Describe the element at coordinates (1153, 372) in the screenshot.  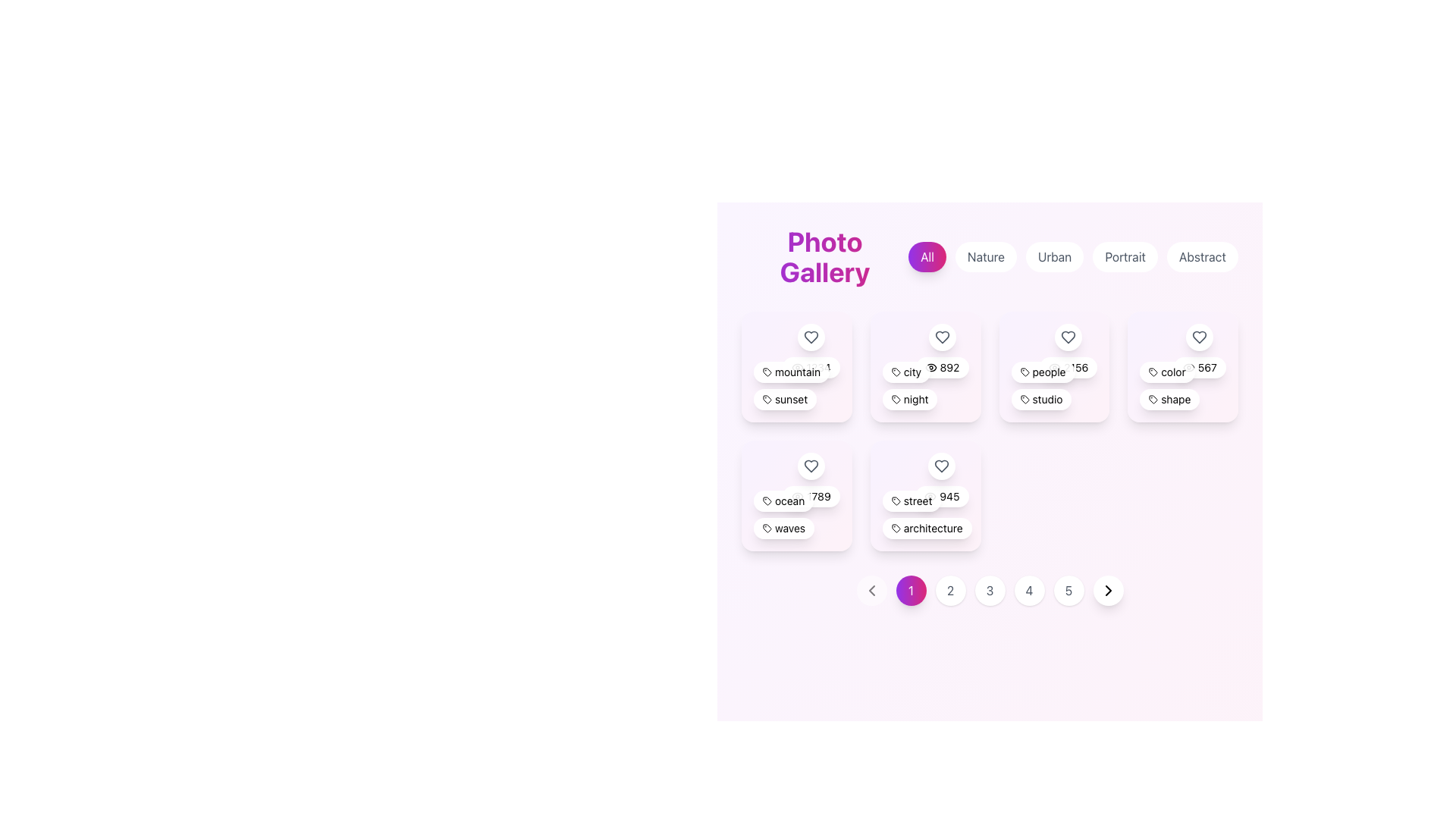
I see `the SVG tag icon element located in the fourth card of the first row in the card grid layout, which has a dark stroke and a minimalistic design` at that location.